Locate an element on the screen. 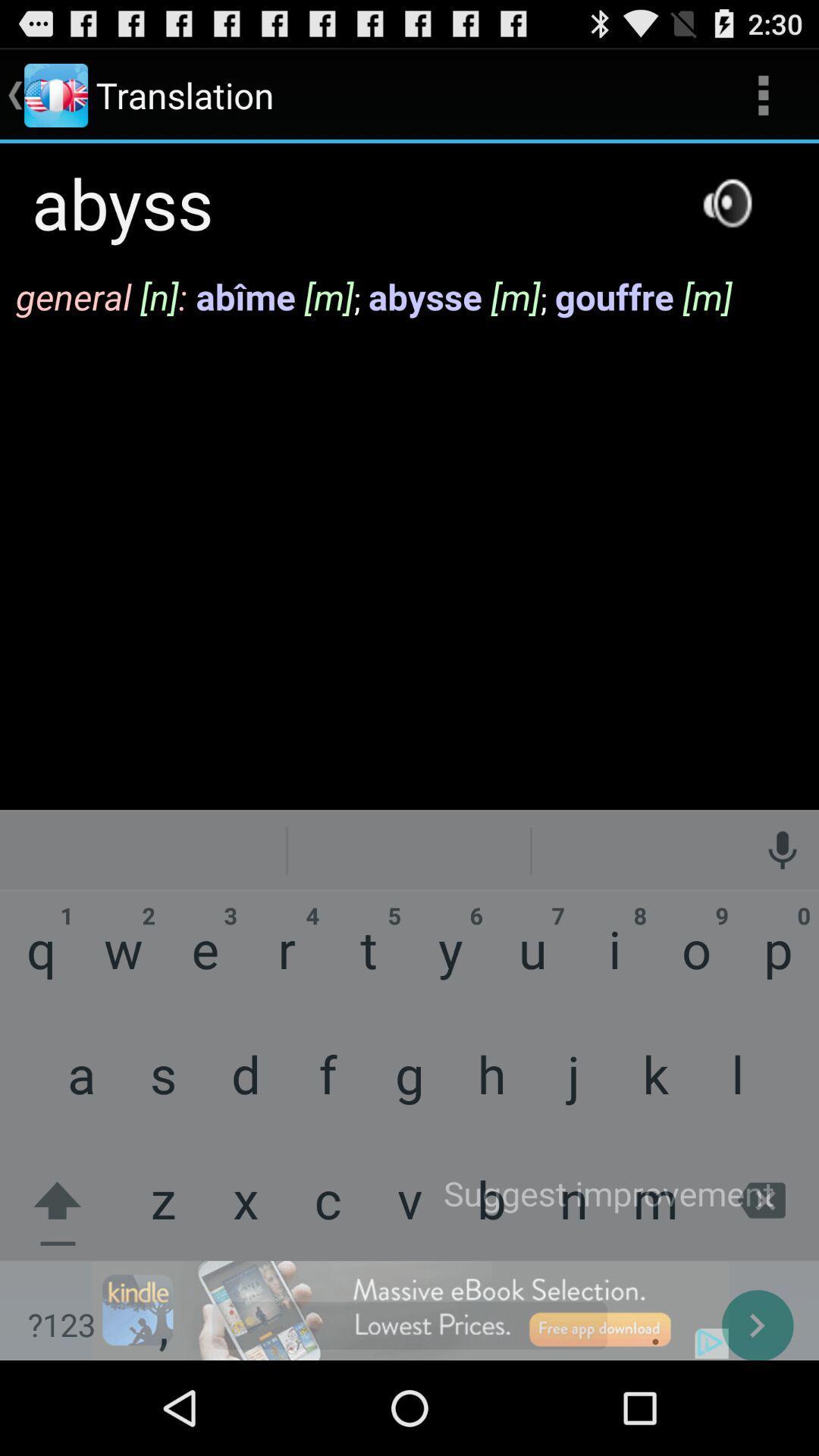  speaker is located at coordinates (726, 202).